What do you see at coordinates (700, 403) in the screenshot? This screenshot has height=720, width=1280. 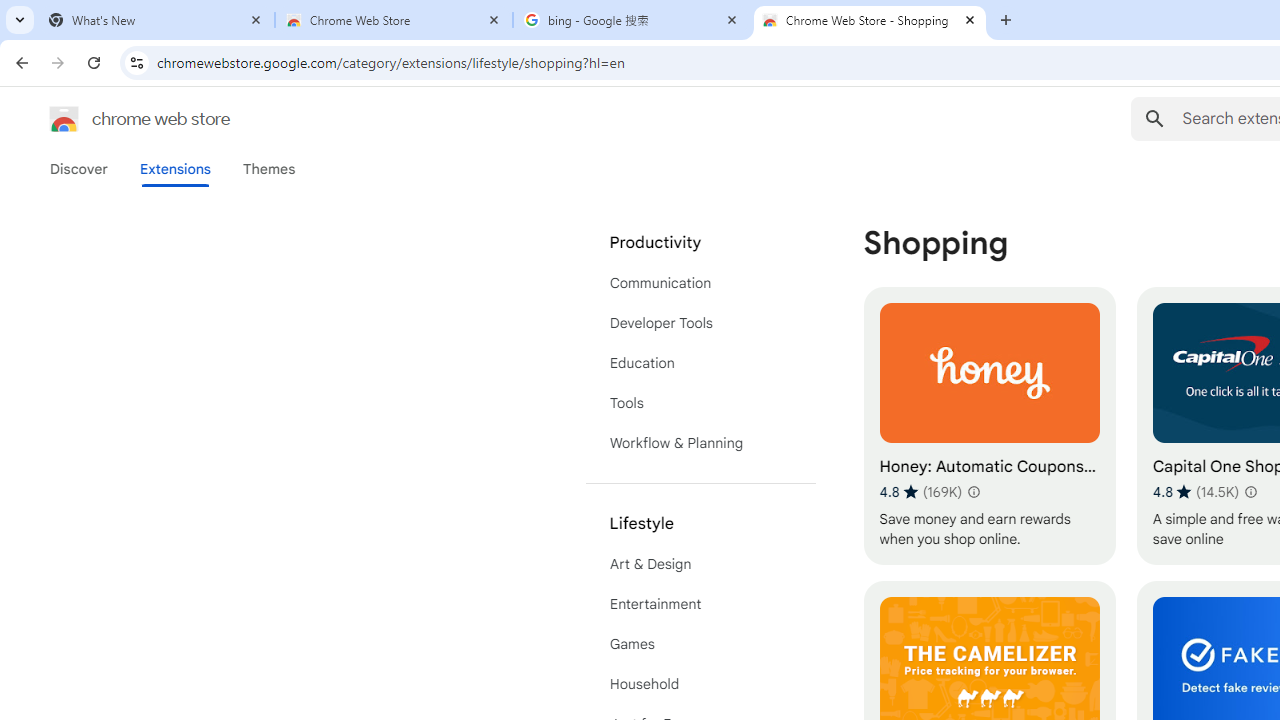 I see `'Tools'` at bounding box center [700, 403].